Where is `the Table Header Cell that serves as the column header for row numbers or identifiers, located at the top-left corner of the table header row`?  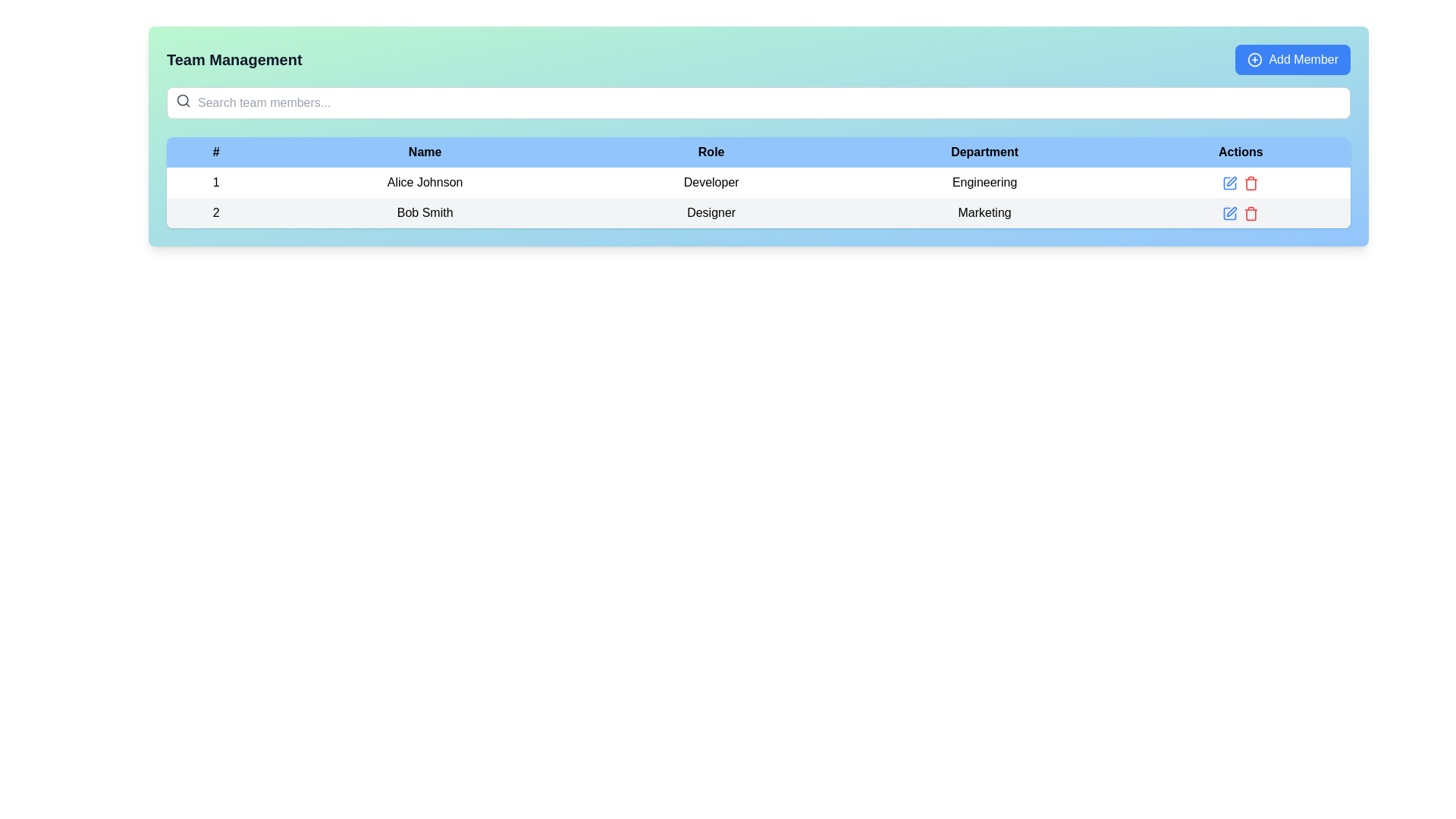 the Table Header Cell that serves as the column header for row numbers or identifiers, located at the top-left corner of the table header row is located at coordinates (215, 152).